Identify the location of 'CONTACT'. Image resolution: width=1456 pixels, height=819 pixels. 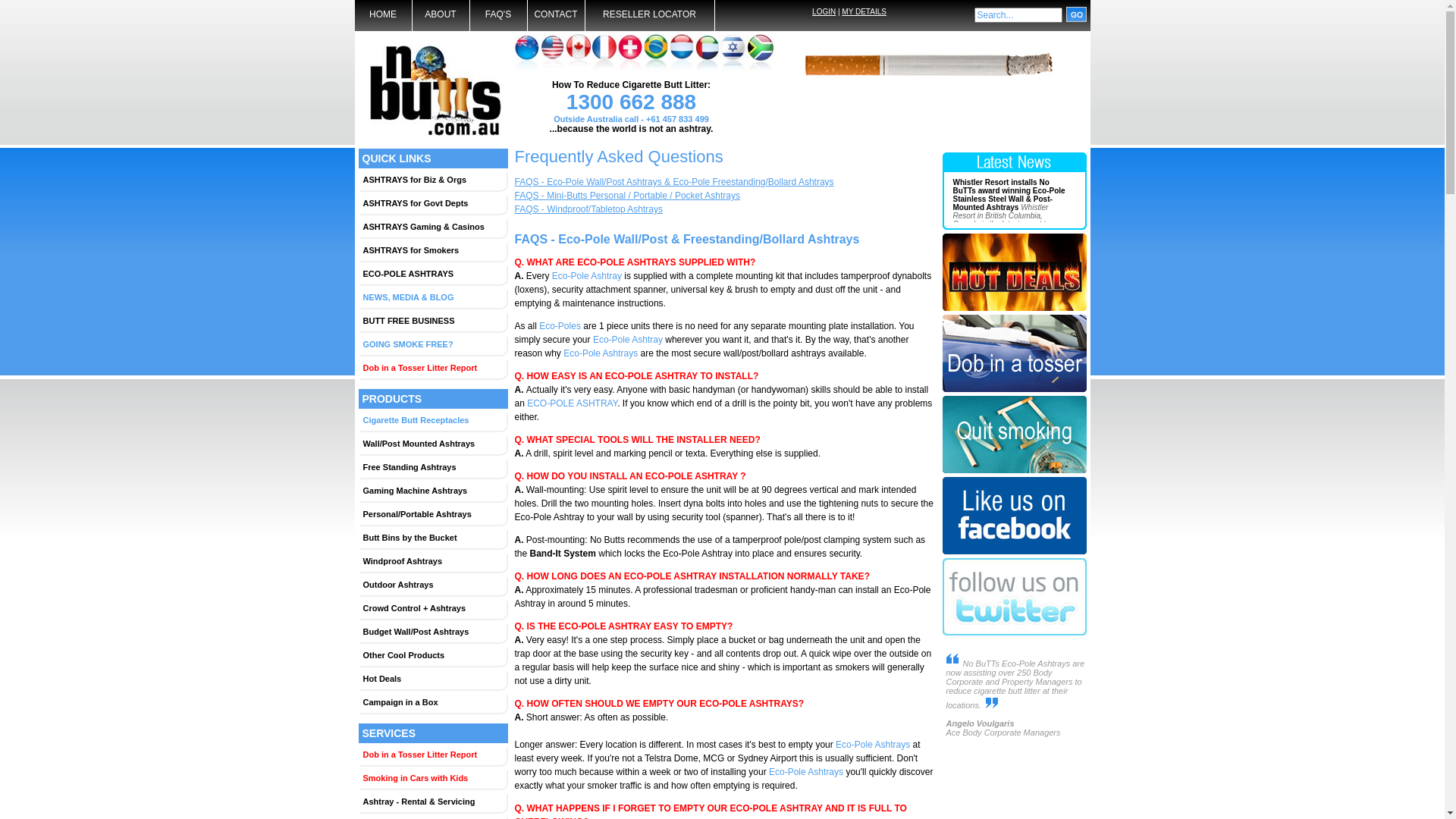
(555, 15).